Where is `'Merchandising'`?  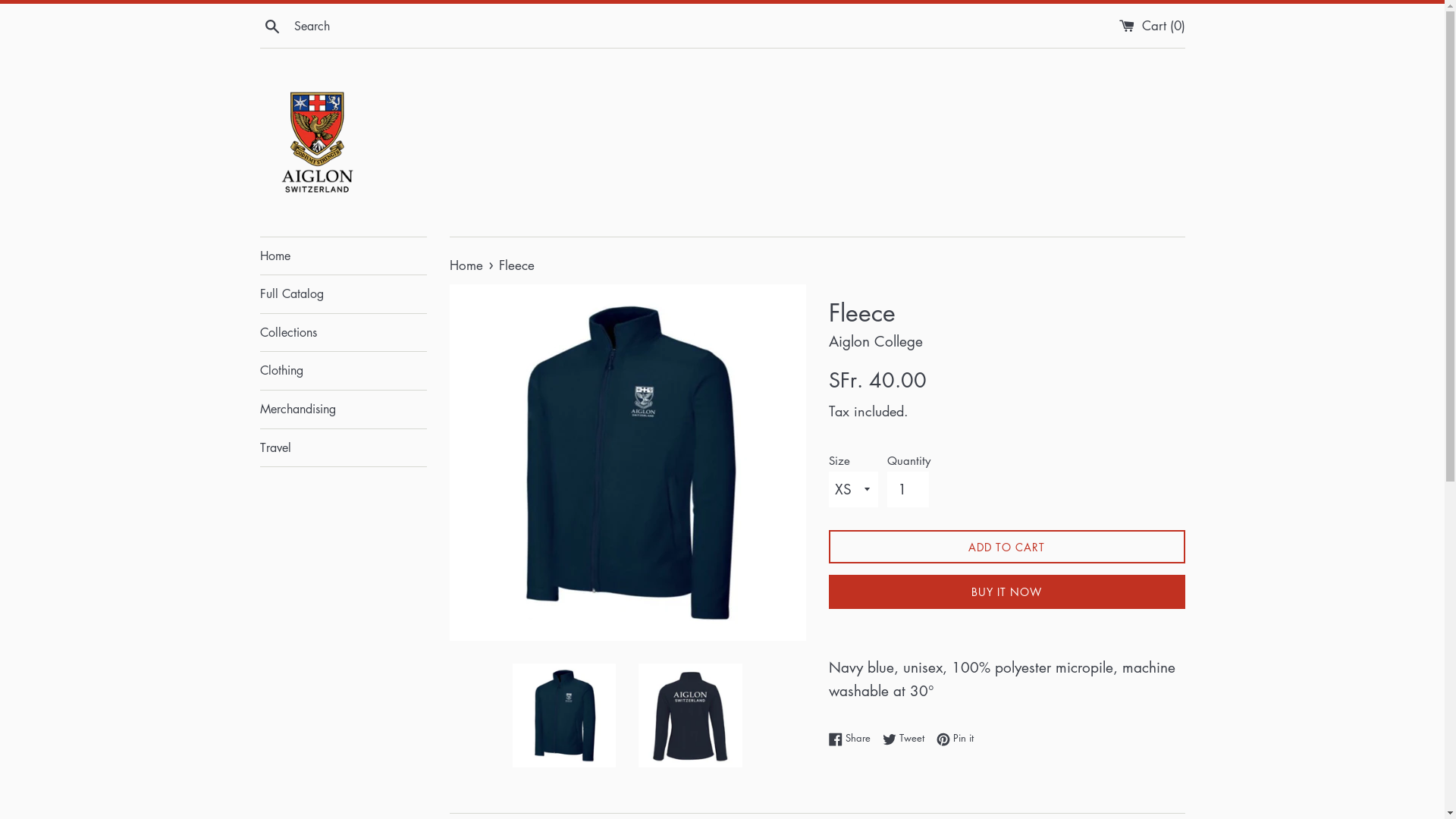
'Merchandising' is located at coordinates (259, 409).